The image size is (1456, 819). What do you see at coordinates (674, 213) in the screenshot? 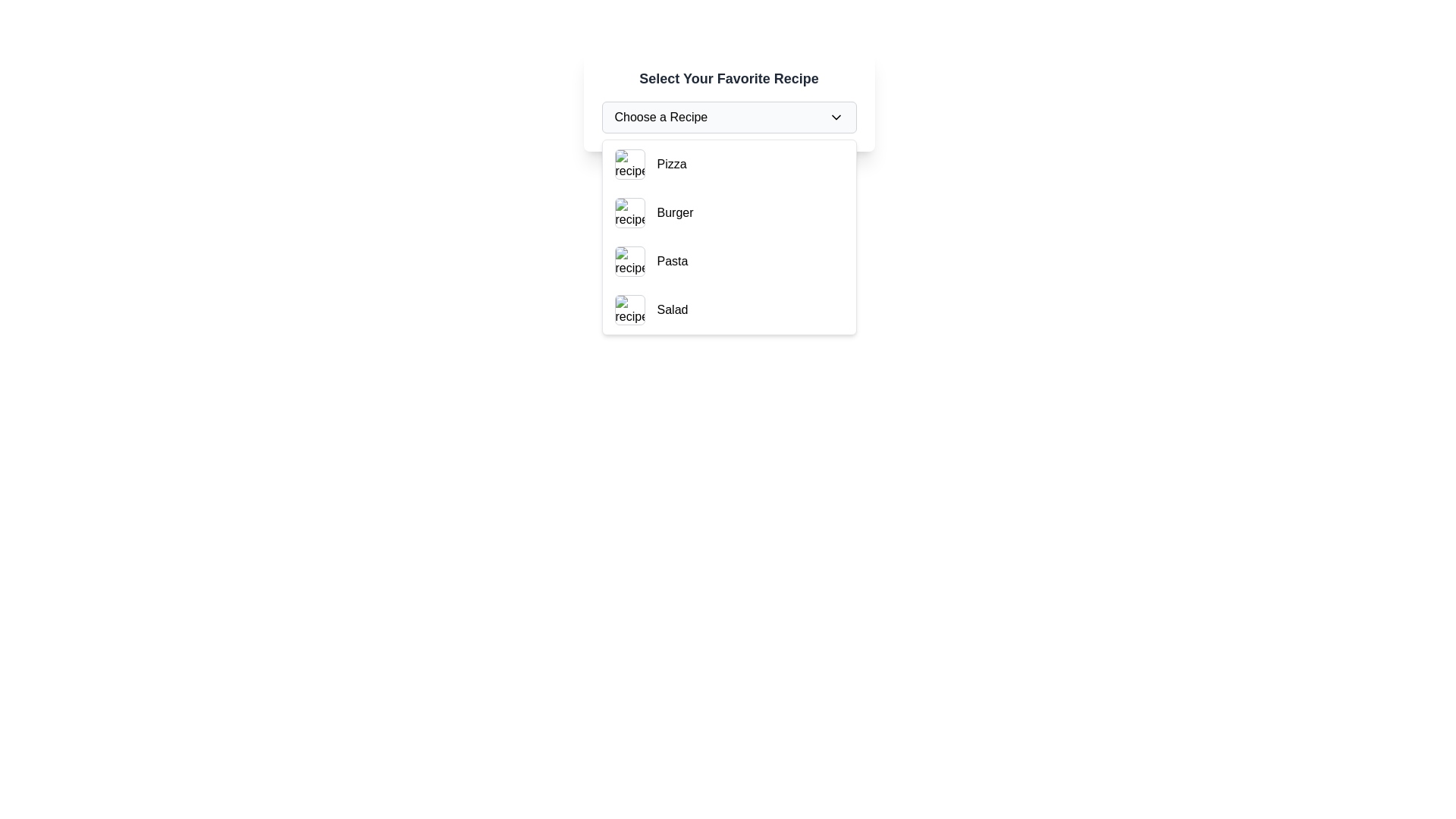
I see `the textual label displaying the word 'Burger'` at bounding box center [674, 213].